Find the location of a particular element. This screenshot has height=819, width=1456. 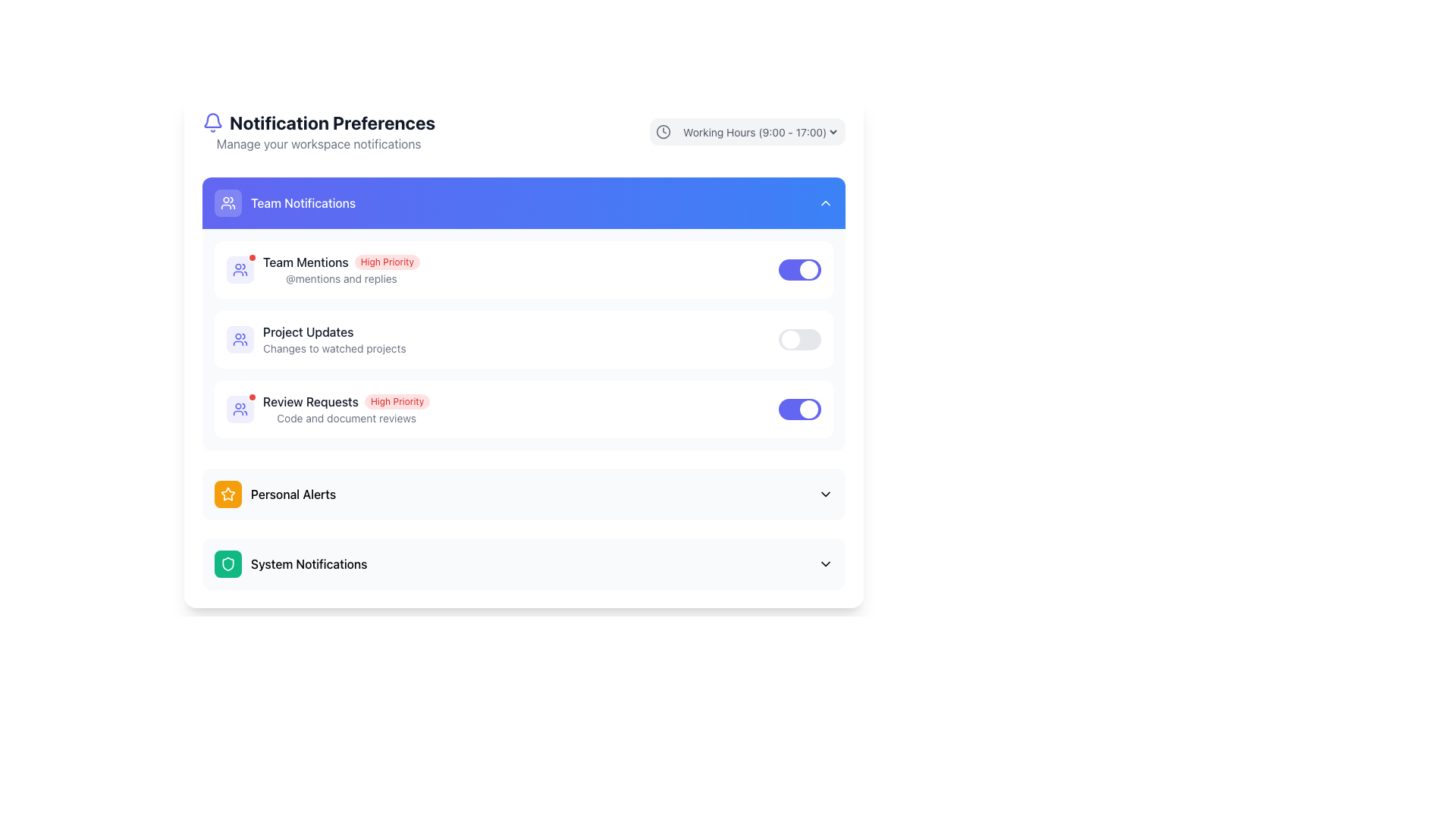

the 'Team Mentions' list item within the 'Team Notifications' section is located at coordinates (322, 268).